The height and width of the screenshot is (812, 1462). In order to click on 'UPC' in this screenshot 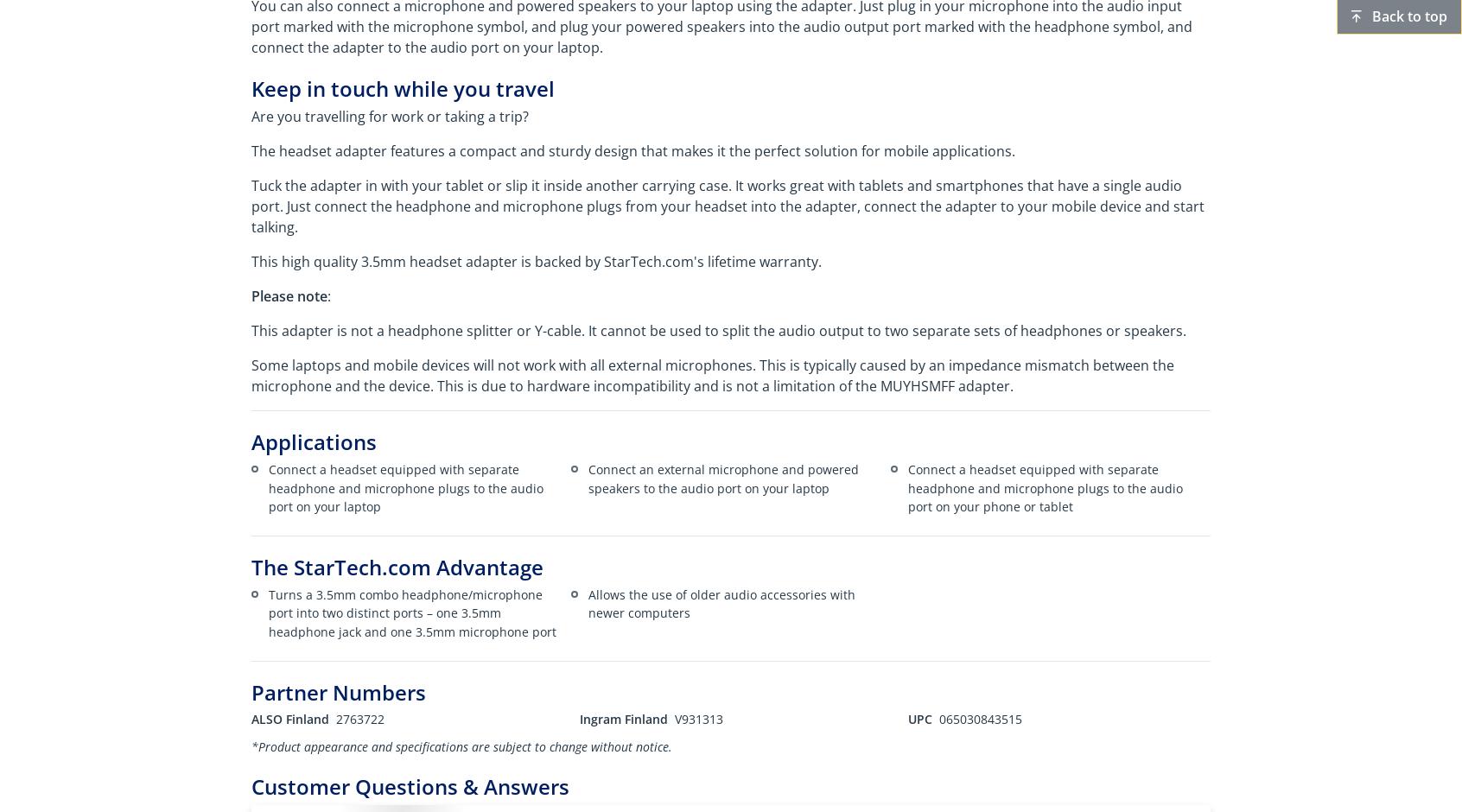, I will do `click(919, 718)`.